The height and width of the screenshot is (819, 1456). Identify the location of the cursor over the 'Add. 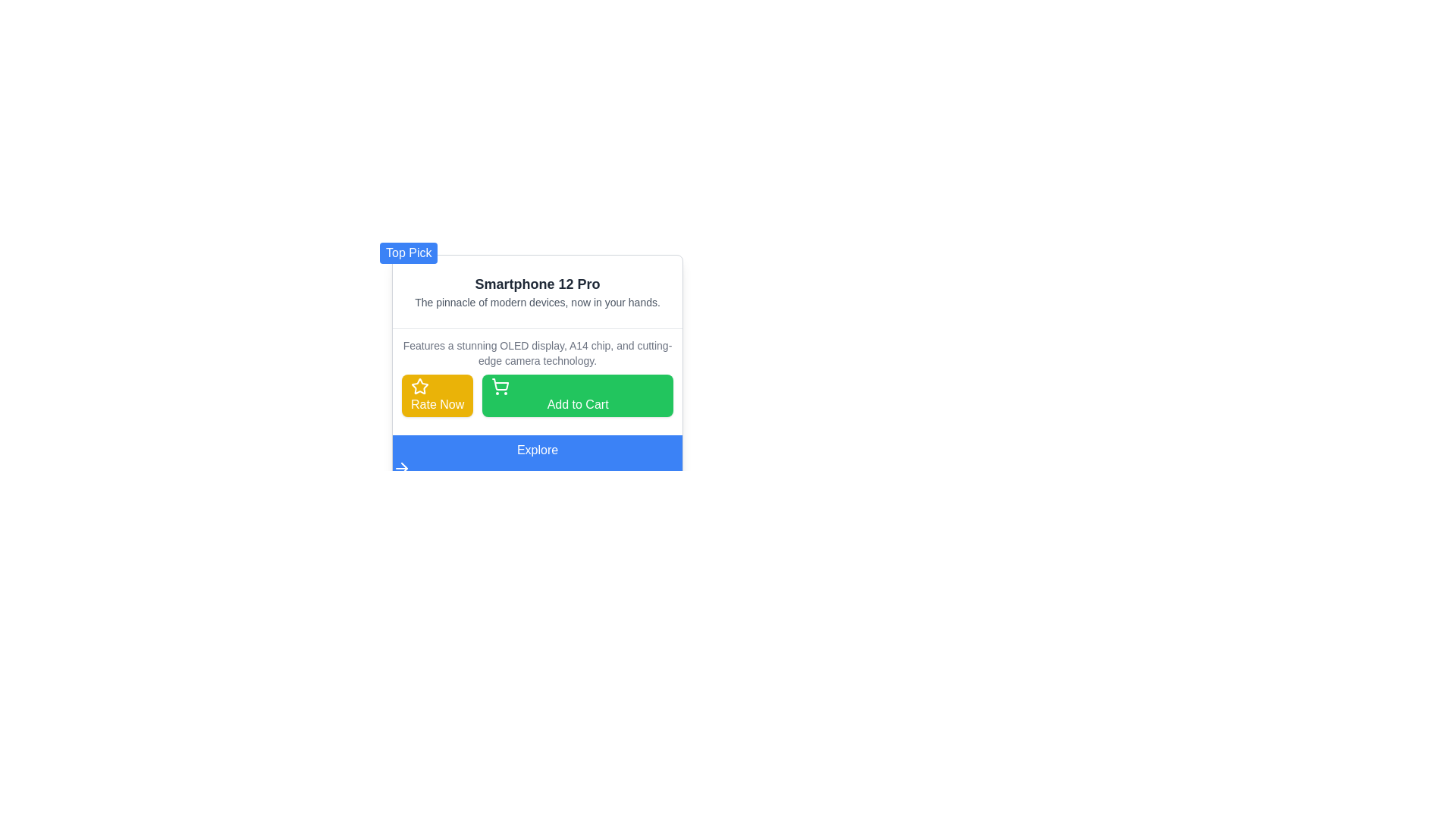
(577, 394).